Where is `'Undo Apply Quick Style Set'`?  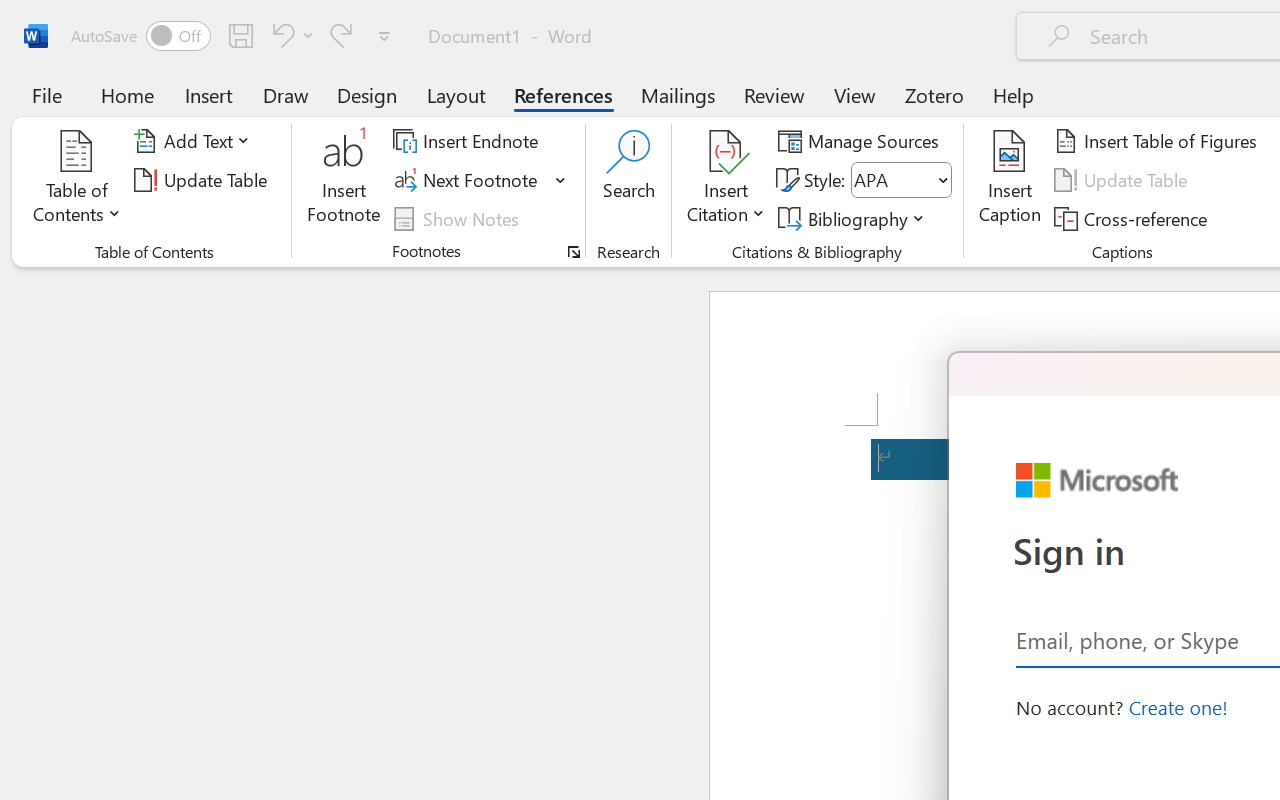
'Undo Apply Quick Style Set' is located at coordinates (289, 34).